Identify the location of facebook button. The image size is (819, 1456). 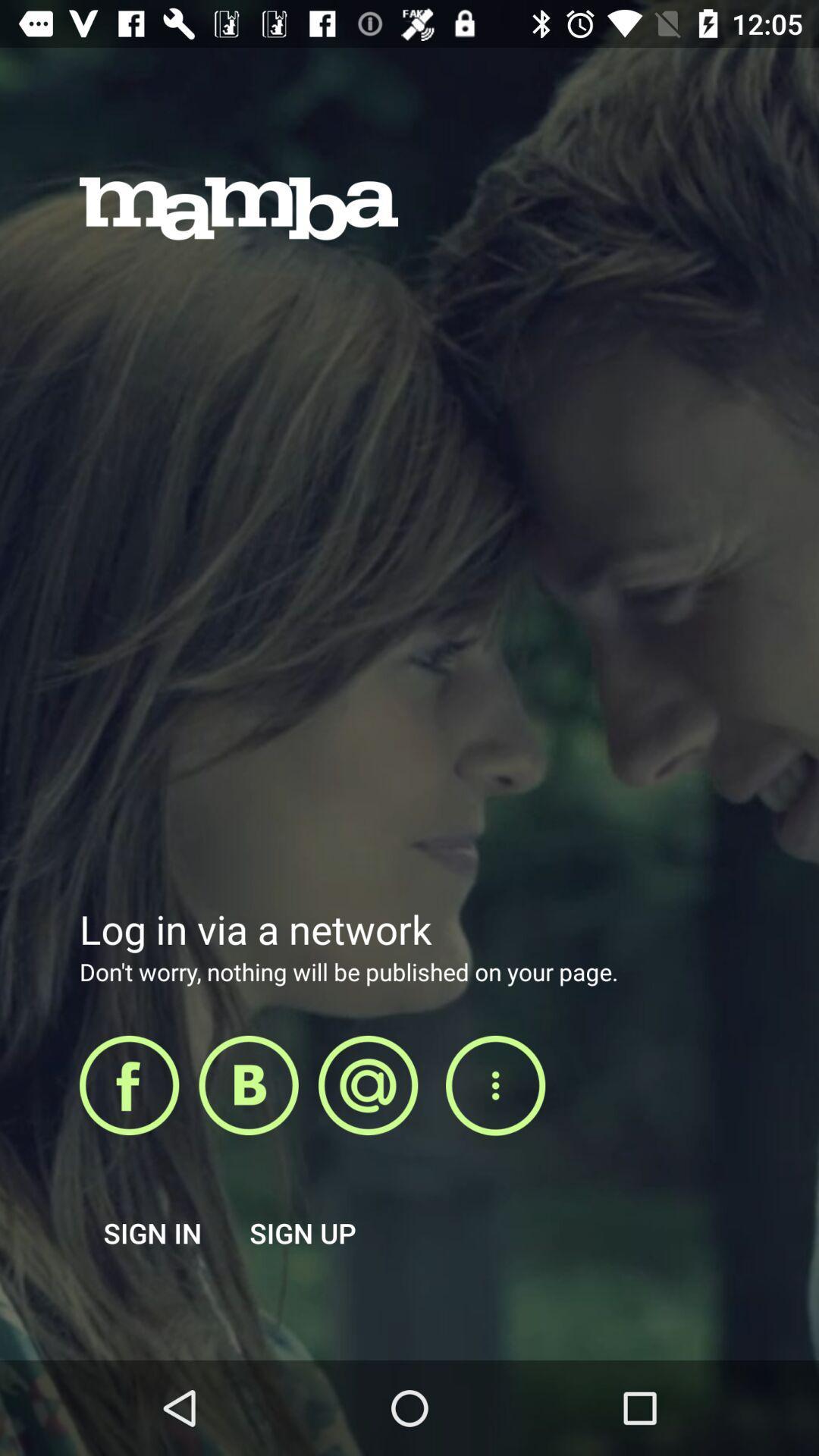
(128, 1084).